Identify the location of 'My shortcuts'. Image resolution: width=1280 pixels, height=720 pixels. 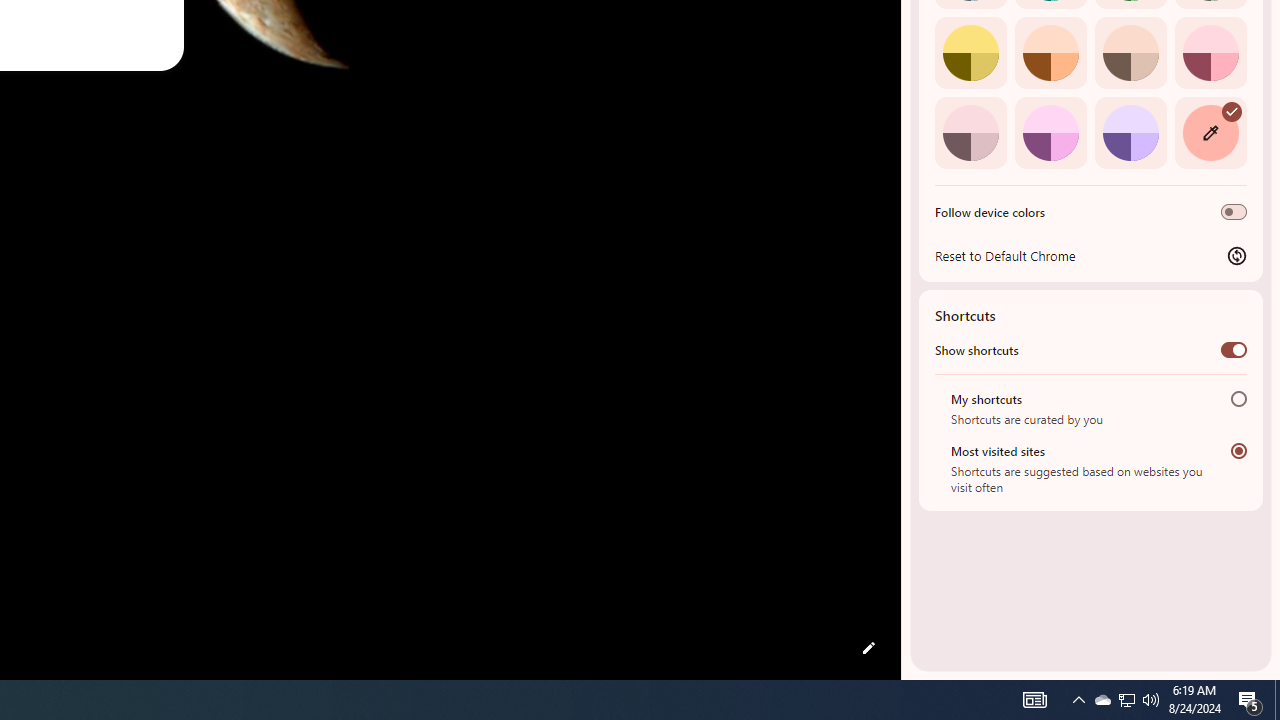
(1238, 398).